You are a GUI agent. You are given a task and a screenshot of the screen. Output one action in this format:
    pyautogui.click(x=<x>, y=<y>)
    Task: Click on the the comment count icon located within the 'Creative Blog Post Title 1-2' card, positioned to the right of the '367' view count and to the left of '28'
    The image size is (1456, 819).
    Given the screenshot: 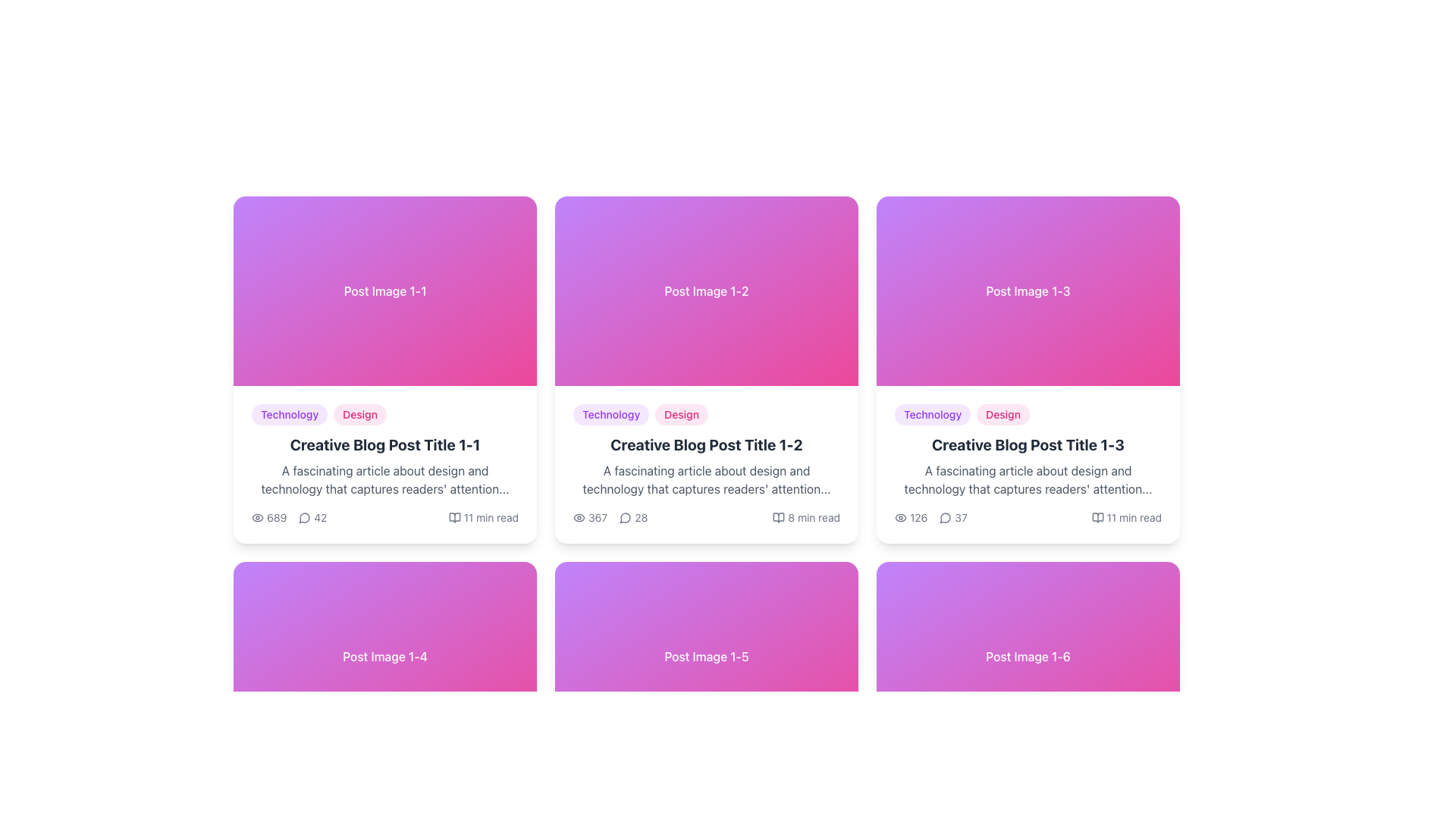 What is the action you would take?
    pyautogui.click(x=626, y=516)
    